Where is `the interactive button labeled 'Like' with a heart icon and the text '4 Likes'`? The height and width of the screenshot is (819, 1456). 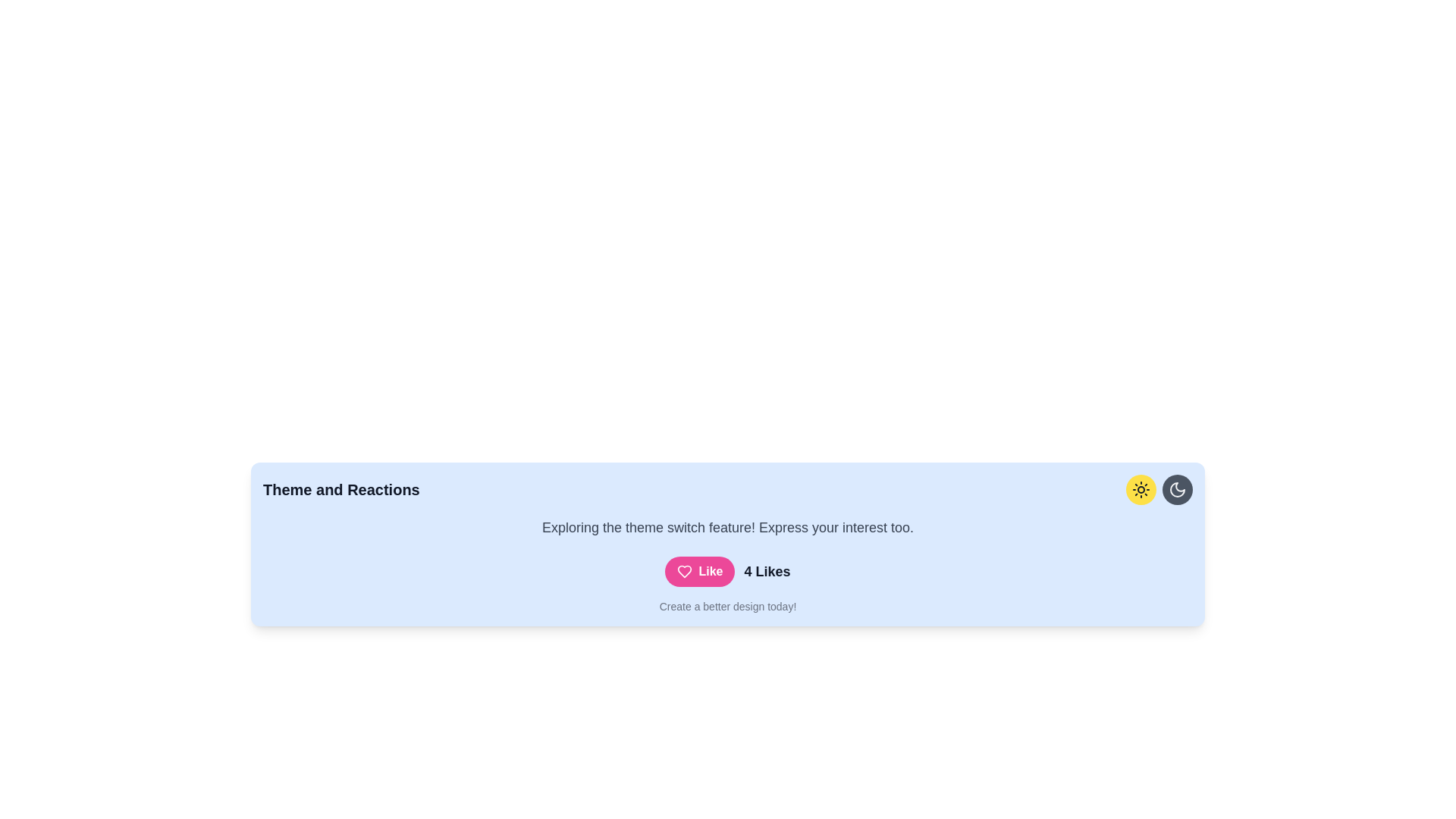 the interactive button labeled 'Like' with a heart icon and the text '4 Likes' is located at coordinates (728, 571).